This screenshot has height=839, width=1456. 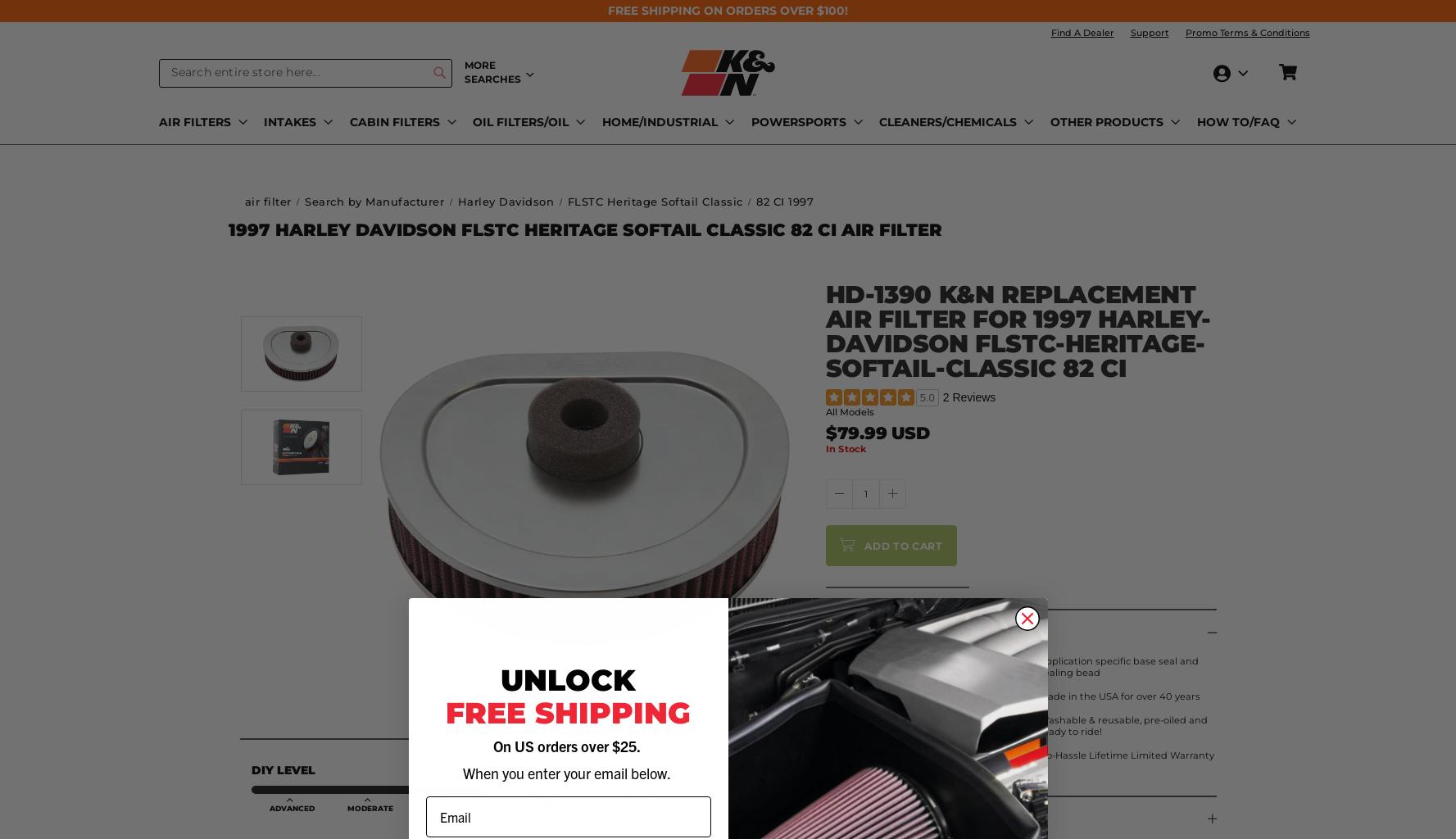 I want to click on '$79.99', so click(x=855, y=433).